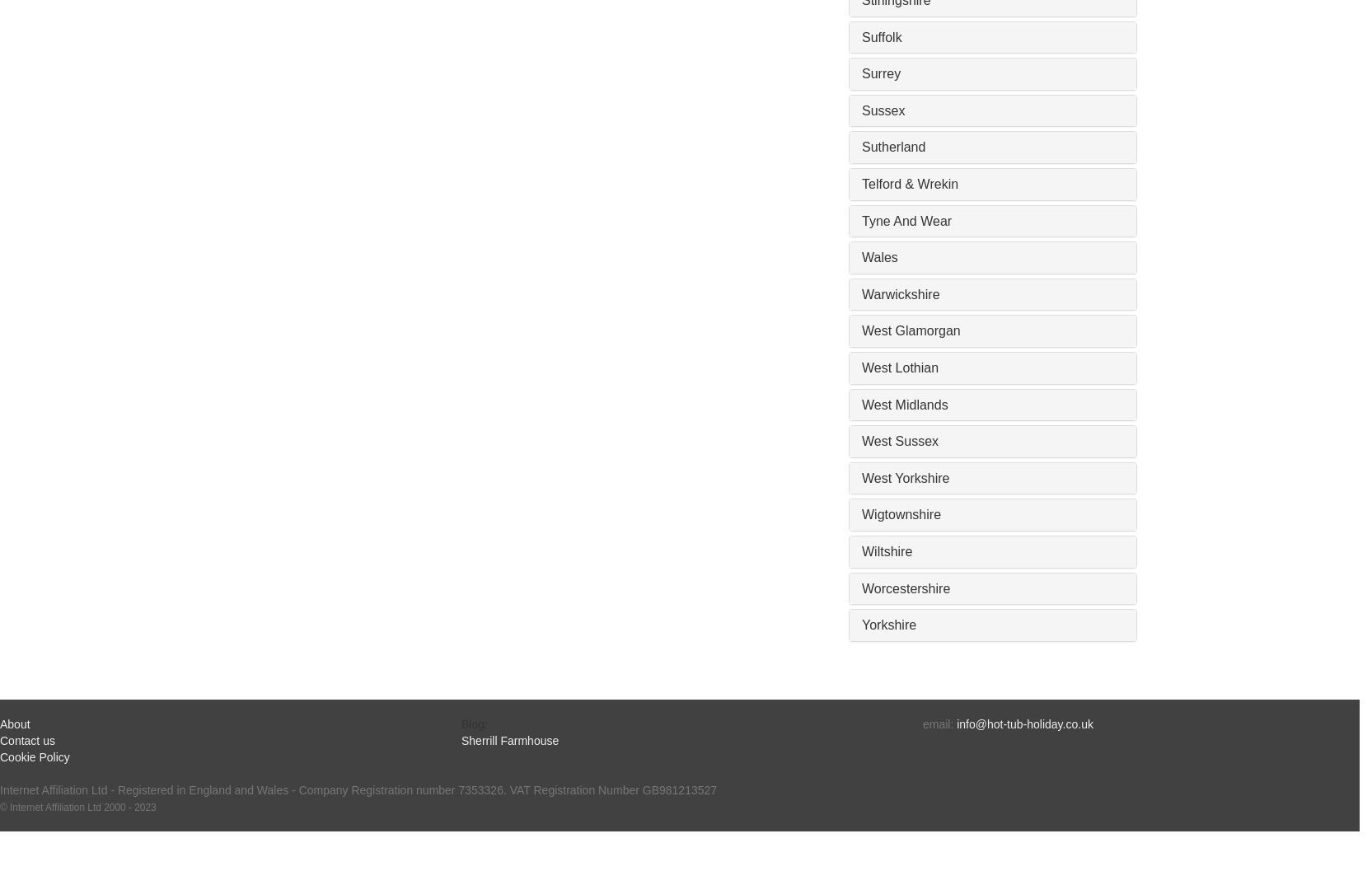 The height and width of the screenshot is (871, 1372). Describe the element at coordinates (33, 756) in the screenshot. I see `'Cookie Policy'` at that location.